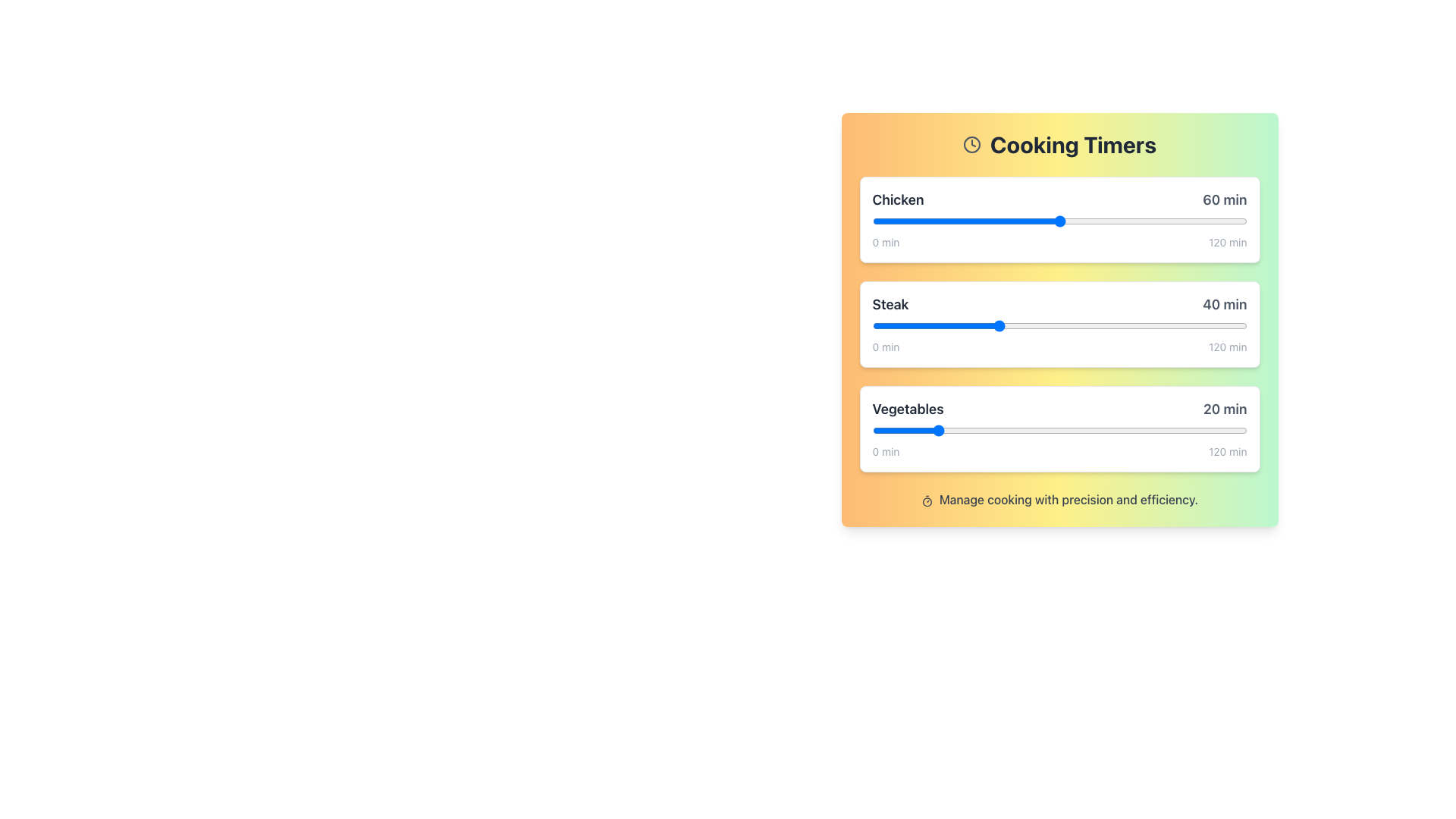 This screenshot has width=1456, height=819. What do you see at coordinates (1119, 325) in the screenshot?
I see `cooking time for steak` at bounding box center [1119, 325].